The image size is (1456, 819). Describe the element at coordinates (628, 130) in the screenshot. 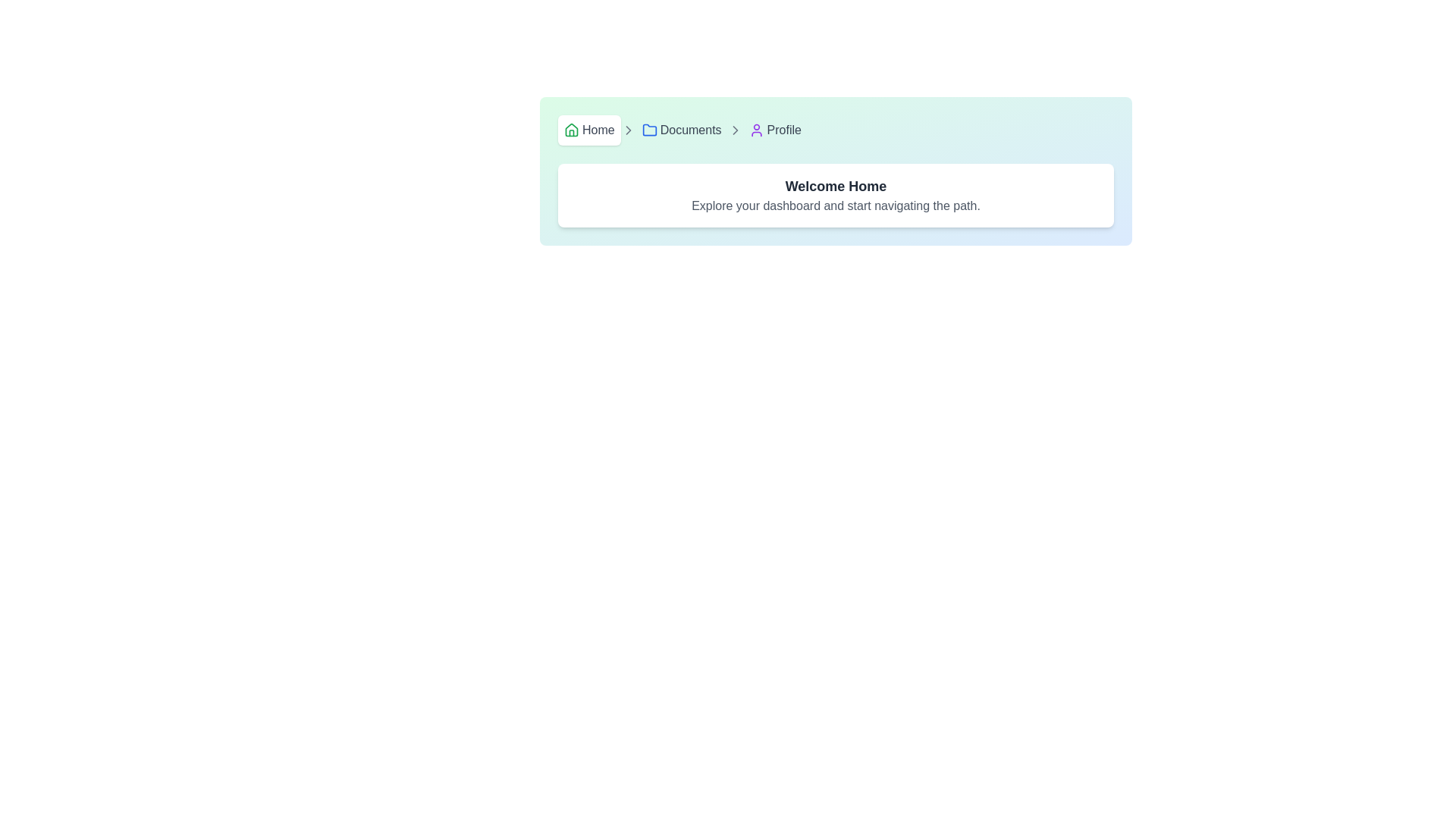

I see `the breadcrumb separator icon which is the second component in the navigation bar, positioned between the 'Home' label and the 'Documents' link` at that location.